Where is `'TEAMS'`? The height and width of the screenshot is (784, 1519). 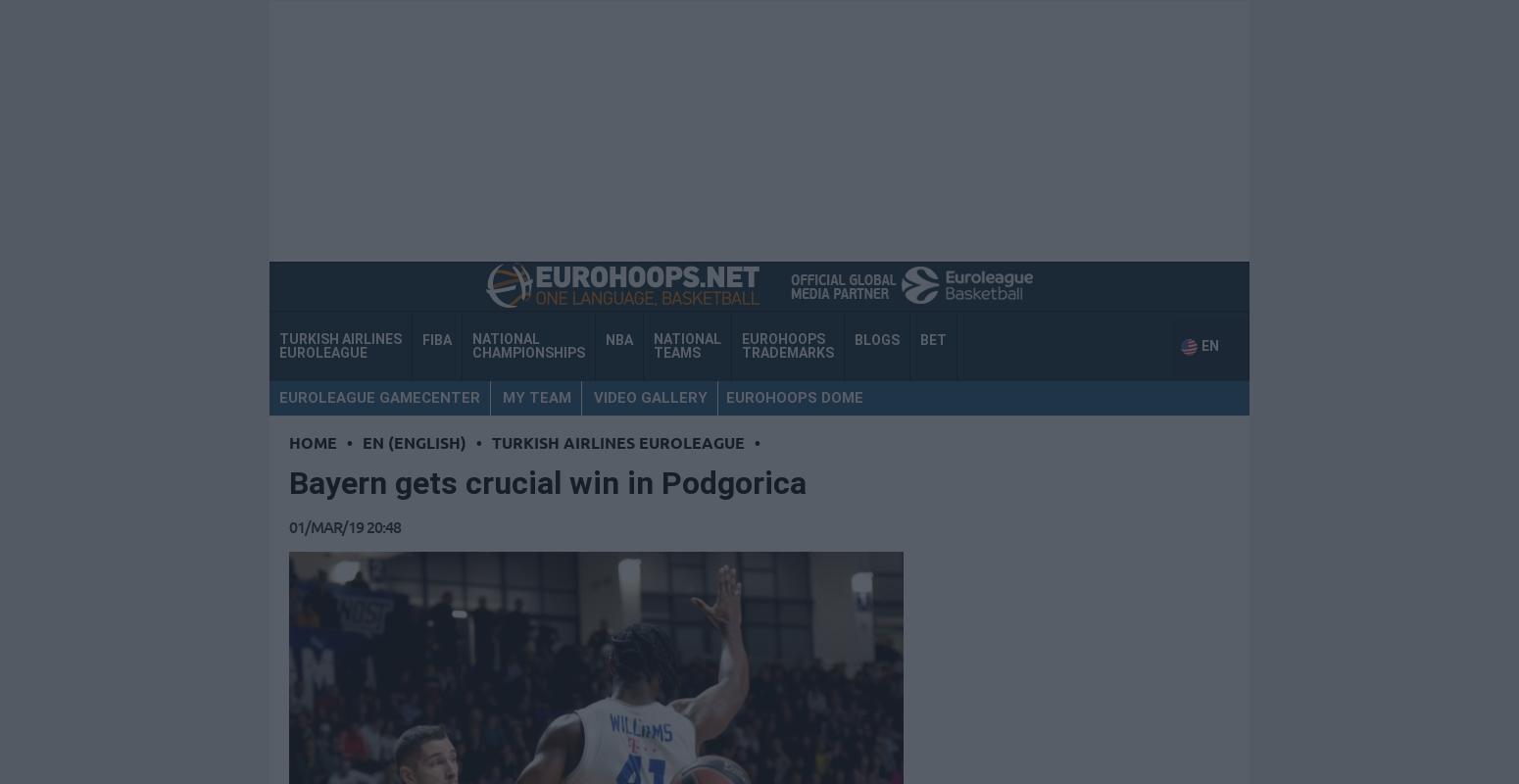
'TEAMS' is located at coordinates (675, 353).